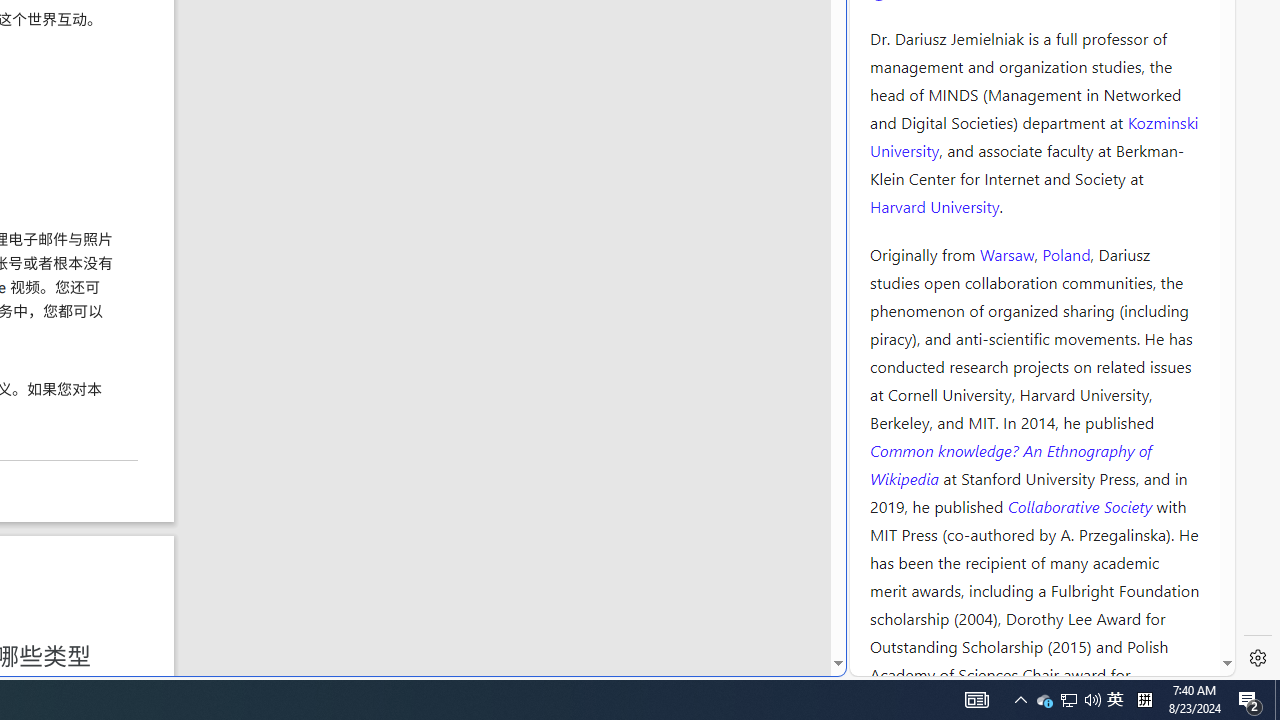 Image resolution: width=1280 pixels, height=720 pixels. I want to click on 'Kozminski University', so click(1034, 135).